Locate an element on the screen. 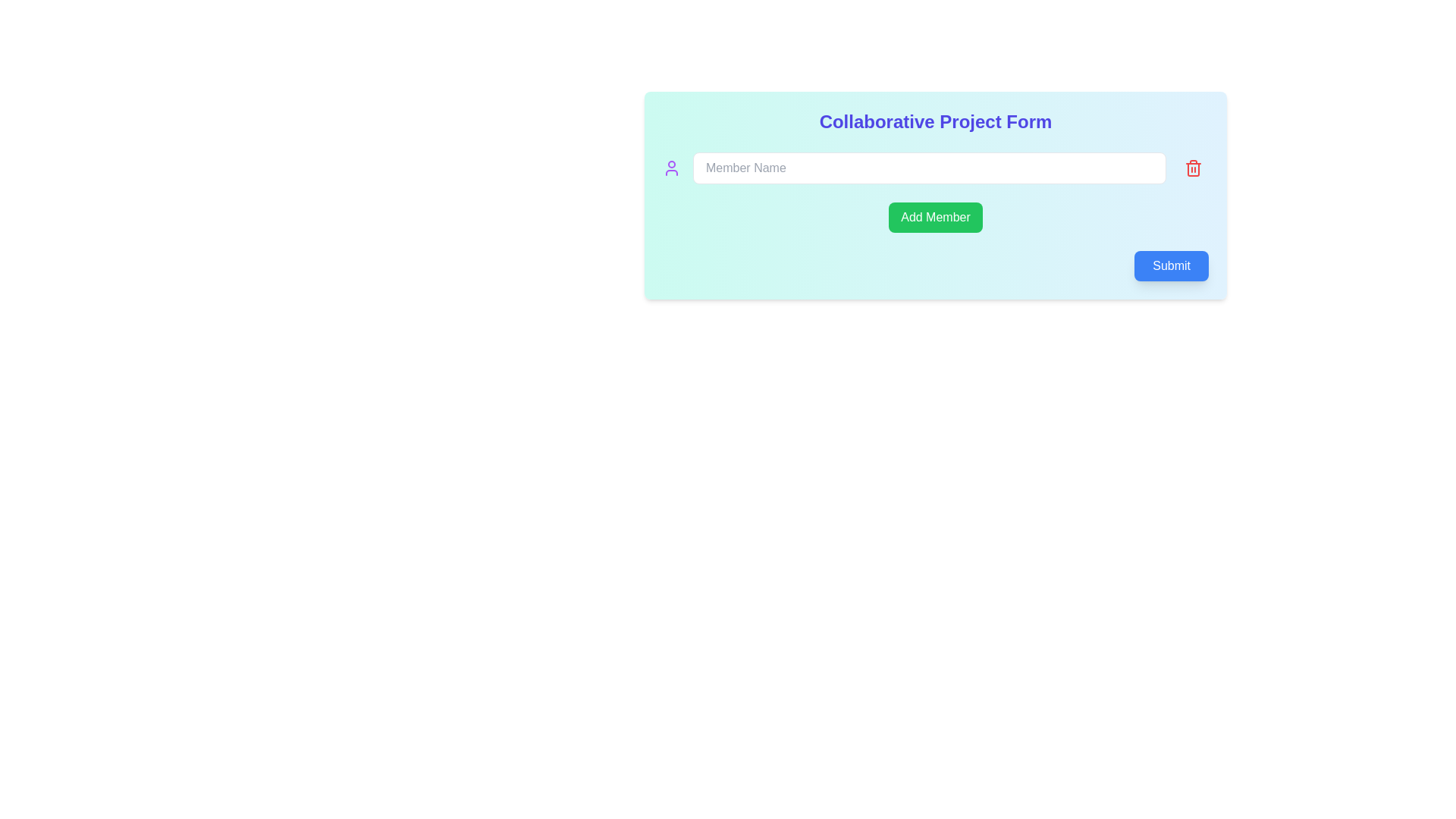 This screenshot has width=1456, height=819. the trash can button with red color and hover effects for keyboard input interaction is located at coordinates (1193, 168).